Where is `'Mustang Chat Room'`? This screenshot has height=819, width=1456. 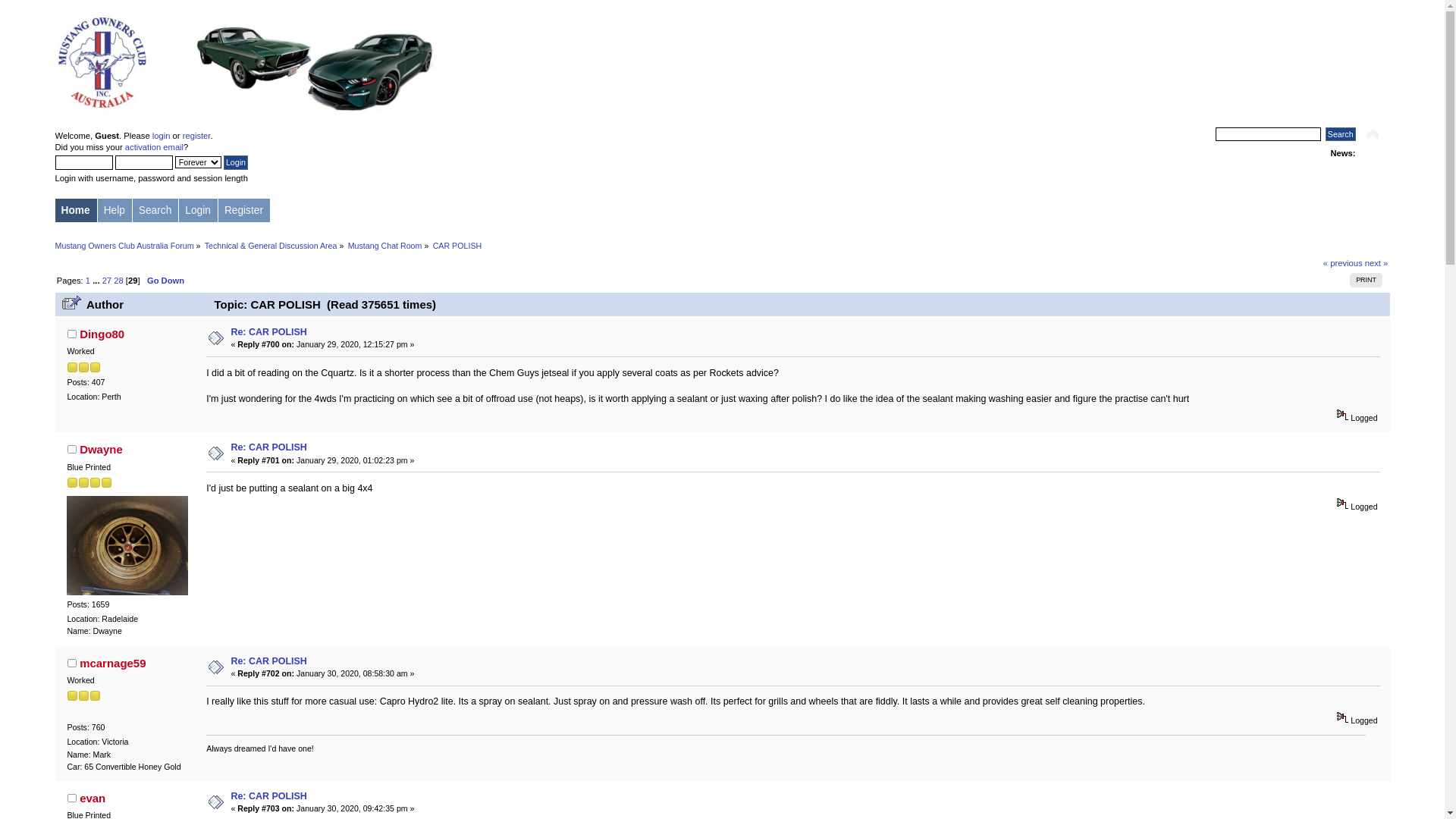
'Mustang Chat Room' is located at coordinates (385, 245).